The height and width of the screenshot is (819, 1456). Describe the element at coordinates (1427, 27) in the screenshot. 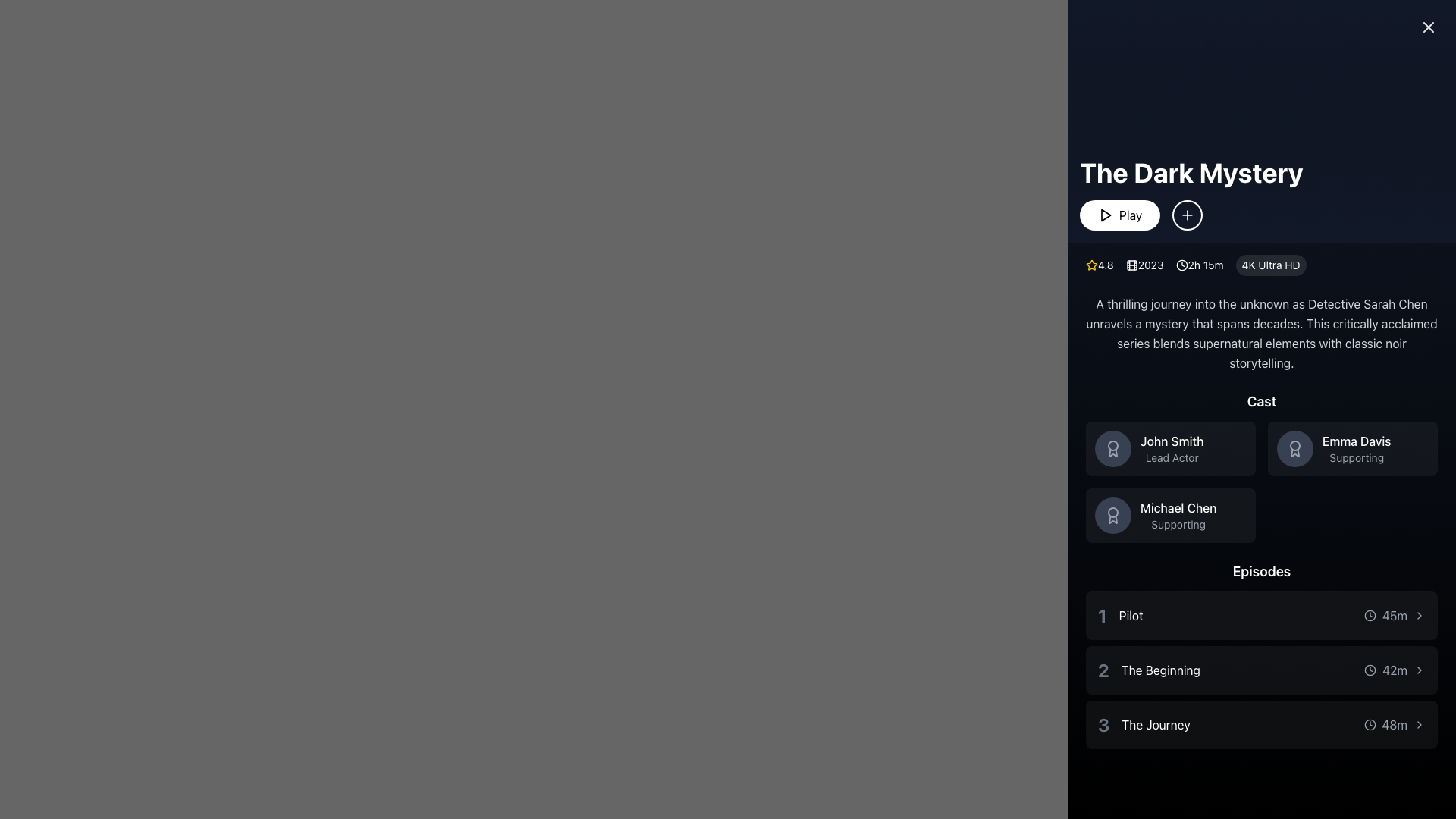

I see `the close button icon located in the top-right corner of the interface` at that location.